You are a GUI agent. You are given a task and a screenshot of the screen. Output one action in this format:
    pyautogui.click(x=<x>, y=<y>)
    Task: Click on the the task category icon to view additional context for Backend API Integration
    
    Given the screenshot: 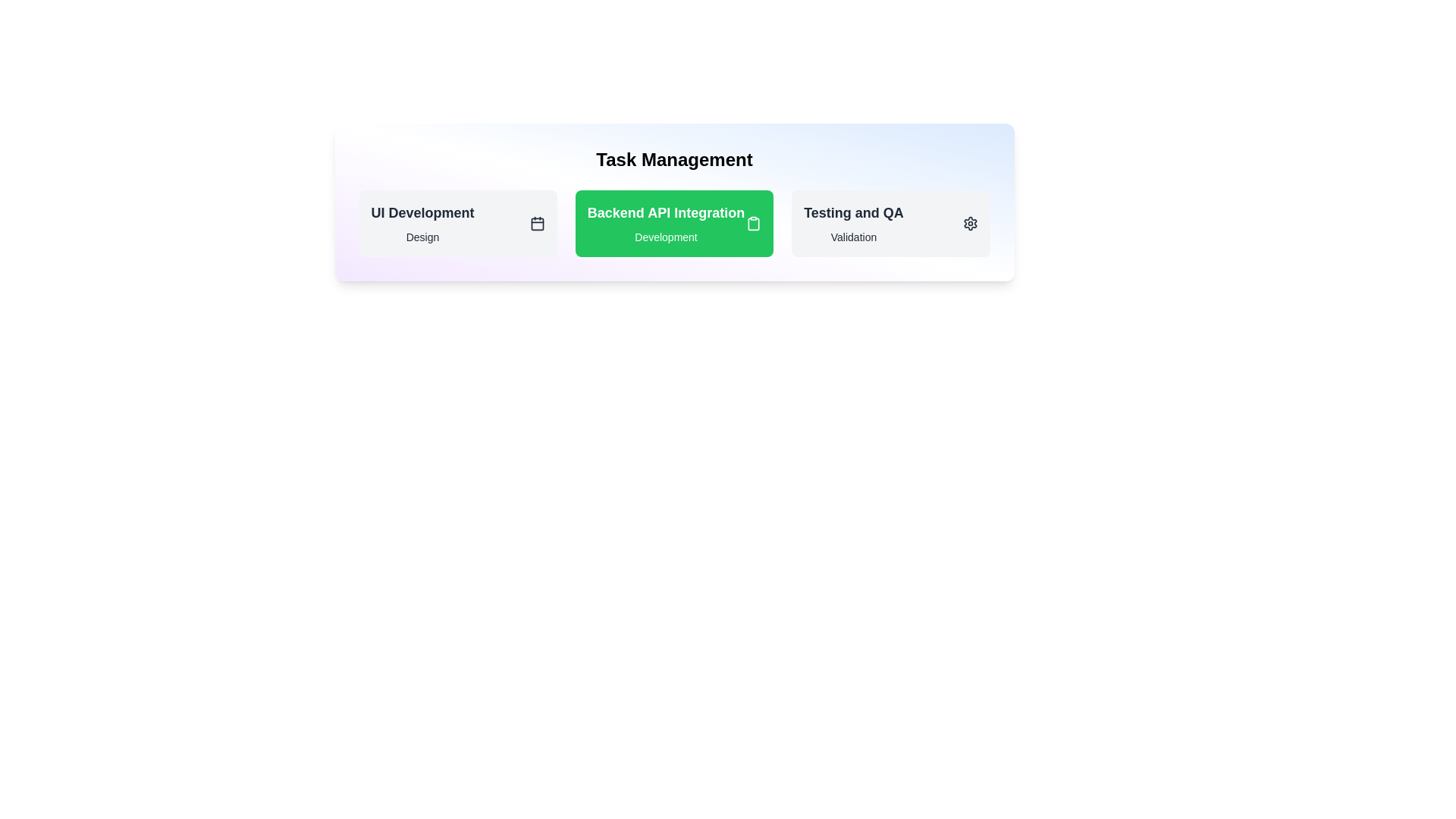 What is the action you would take?
    pyautogui.click(x=754, y=223)
    